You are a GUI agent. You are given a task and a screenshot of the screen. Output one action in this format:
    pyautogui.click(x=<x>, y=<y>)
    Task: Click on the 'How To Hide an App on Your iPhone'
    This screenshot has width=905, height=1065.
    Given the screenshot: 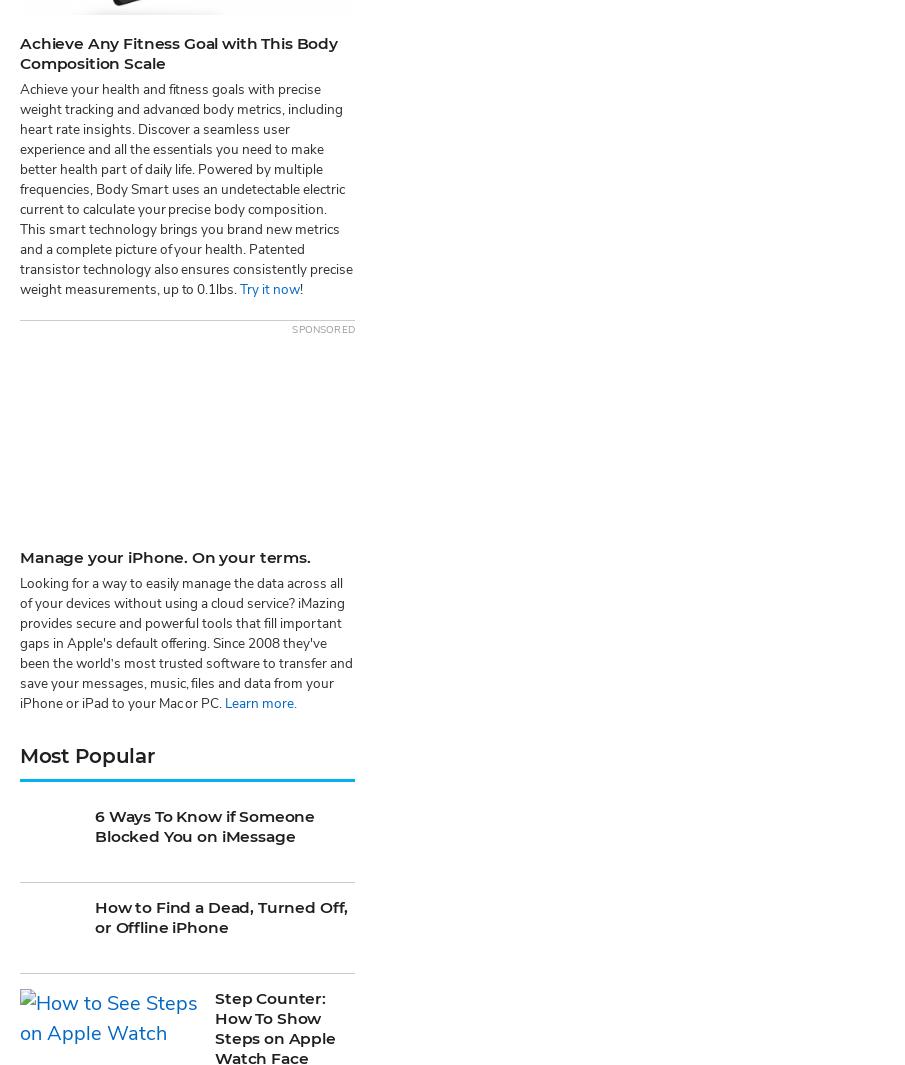 What is the action you would take?
    pyautogui.click(x=276, y=965)
    